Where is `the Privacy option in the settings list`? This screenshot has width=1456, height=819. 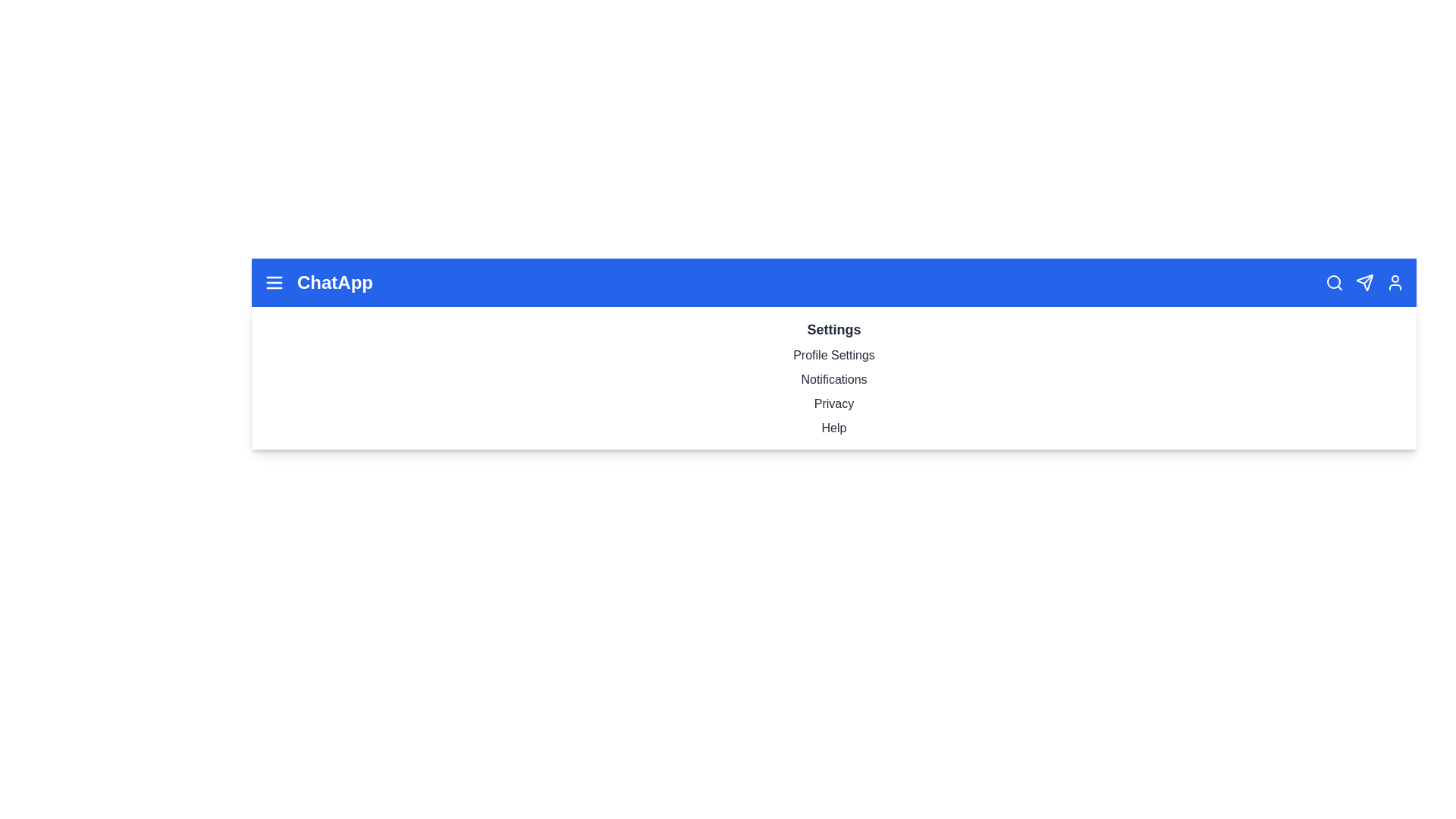
the Privacy option in the settings list is located at coordinates (833, 403).